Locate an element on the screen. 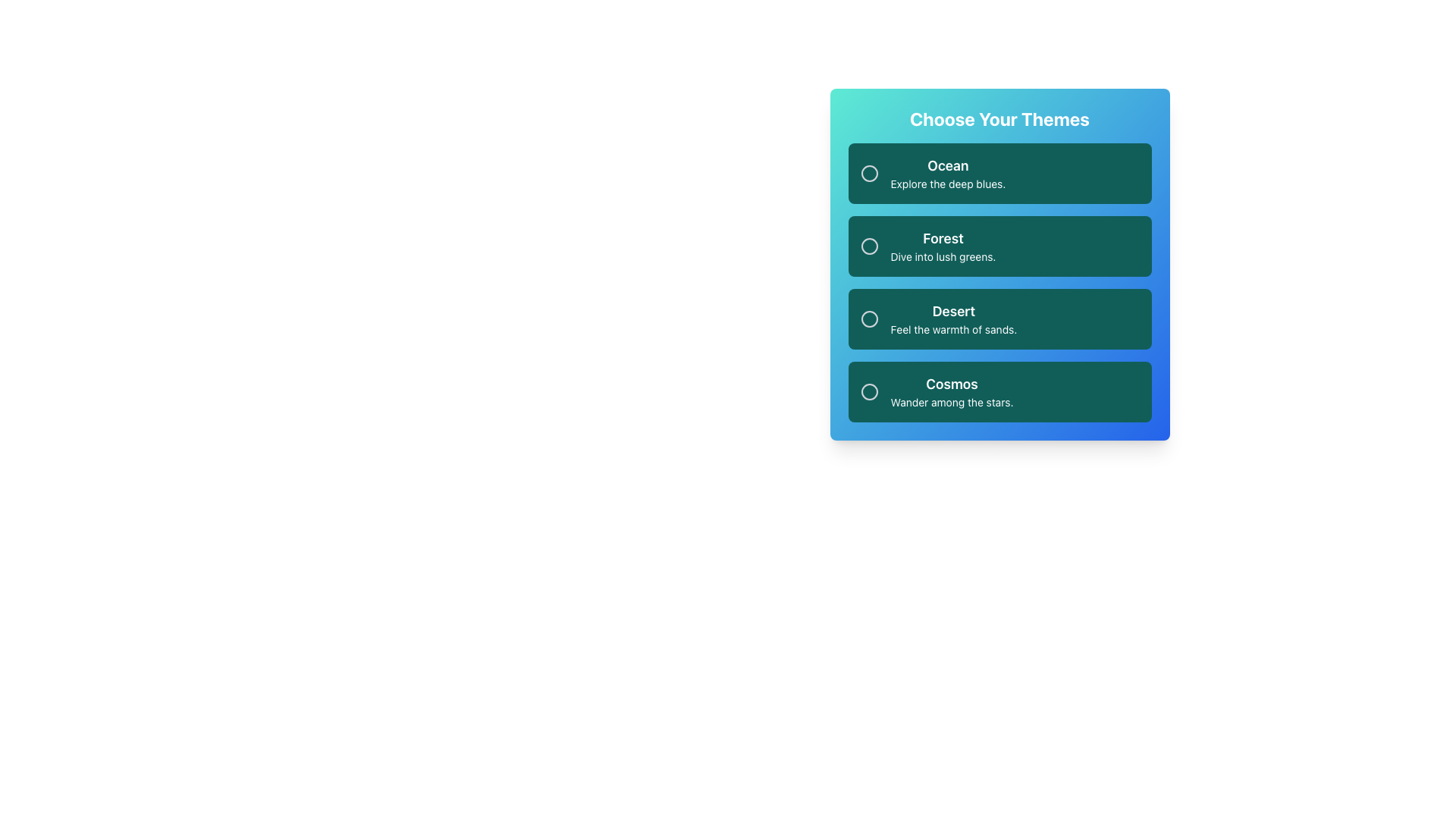  the descriptive text label for the 'Forest' theme selection, located below the prominently styled 'Forest' label is located at coordinates (942, 256).